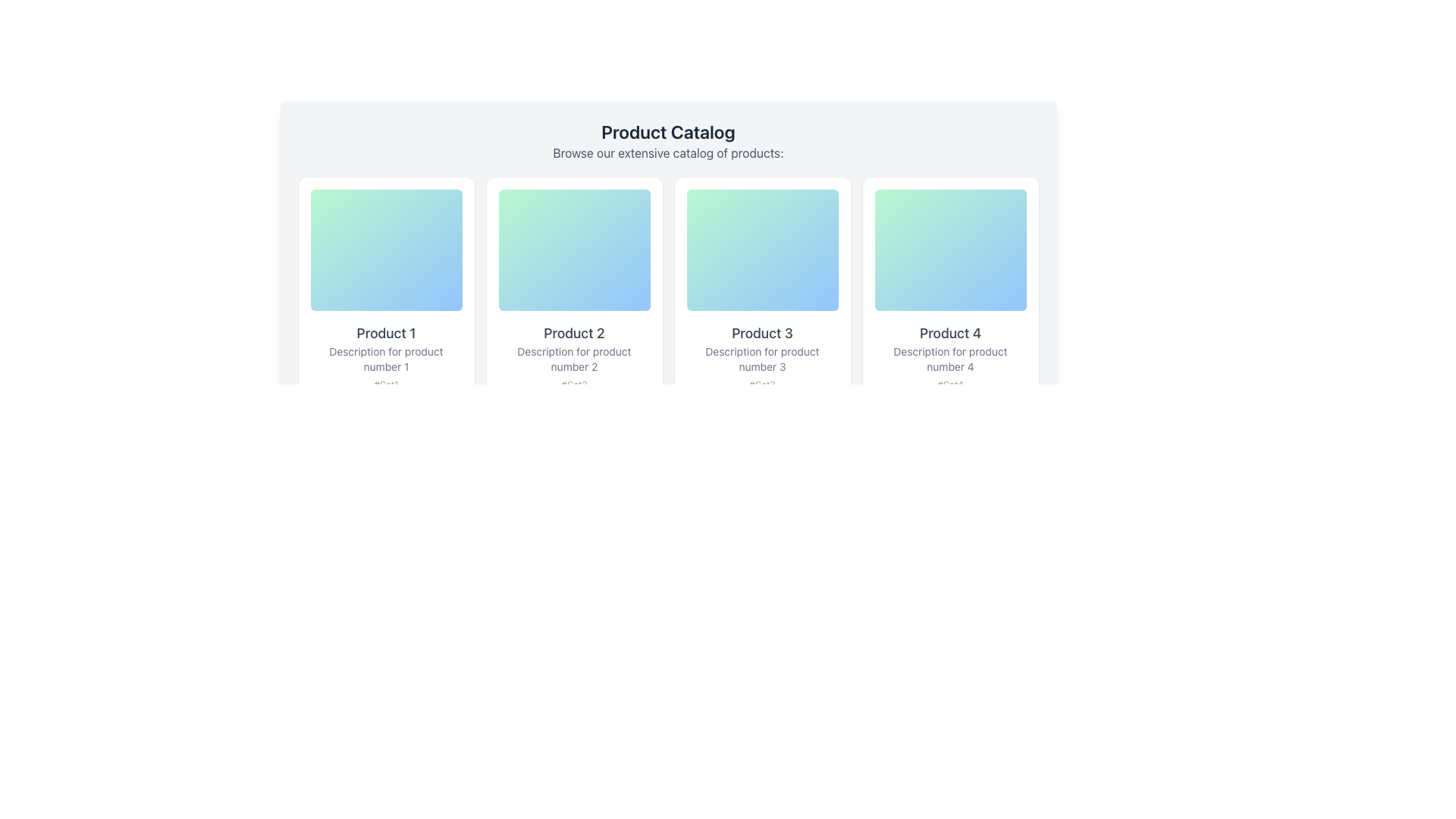  What do you see at coordinates (573, 249) in the screenshot?
I see `the vertically rectangular gradient-filled box with rounded corners located at the top of the 'Product 2' card` at bounding box center [573, 249].